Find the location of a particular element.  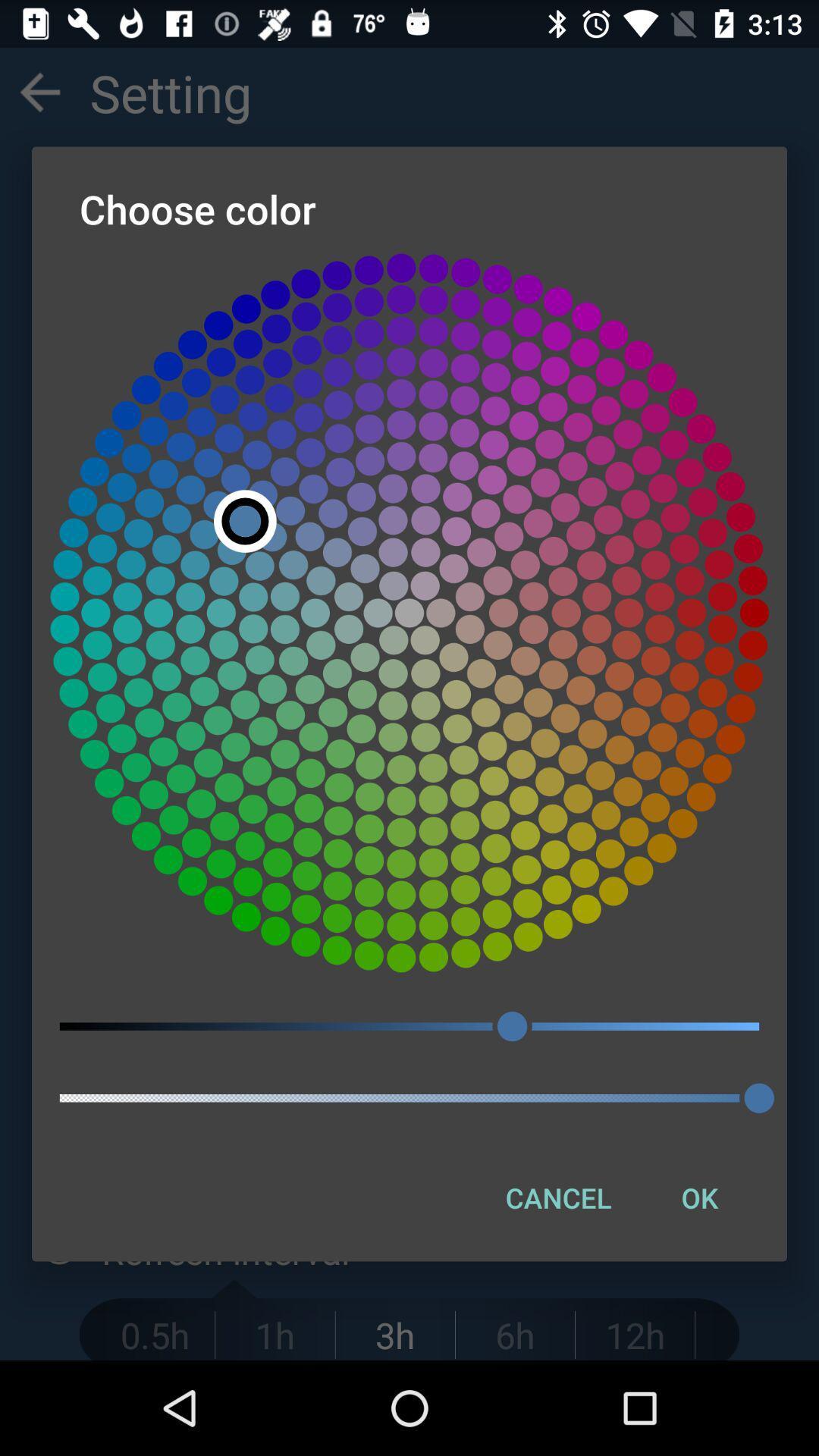

item next to the ok is located at coordinates (558, 1197).